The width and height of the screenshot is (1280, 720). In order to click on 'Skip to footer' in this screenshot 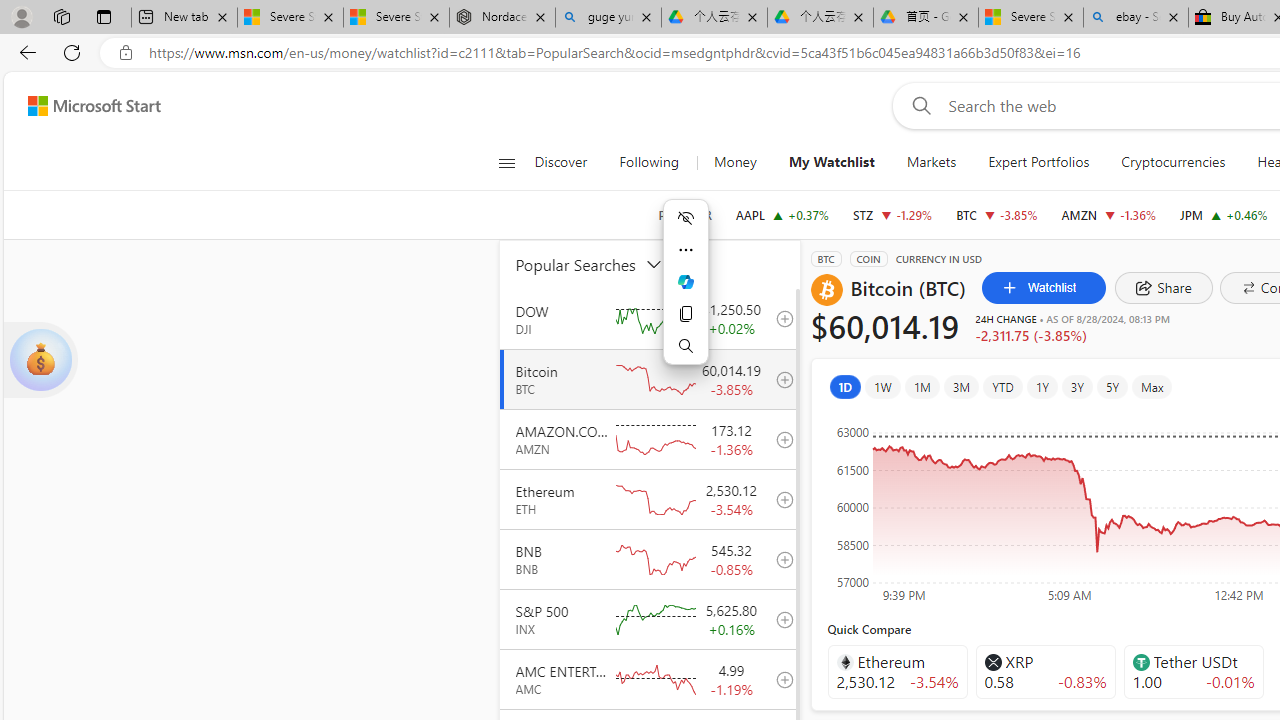, I will do `click(81, 105)`.